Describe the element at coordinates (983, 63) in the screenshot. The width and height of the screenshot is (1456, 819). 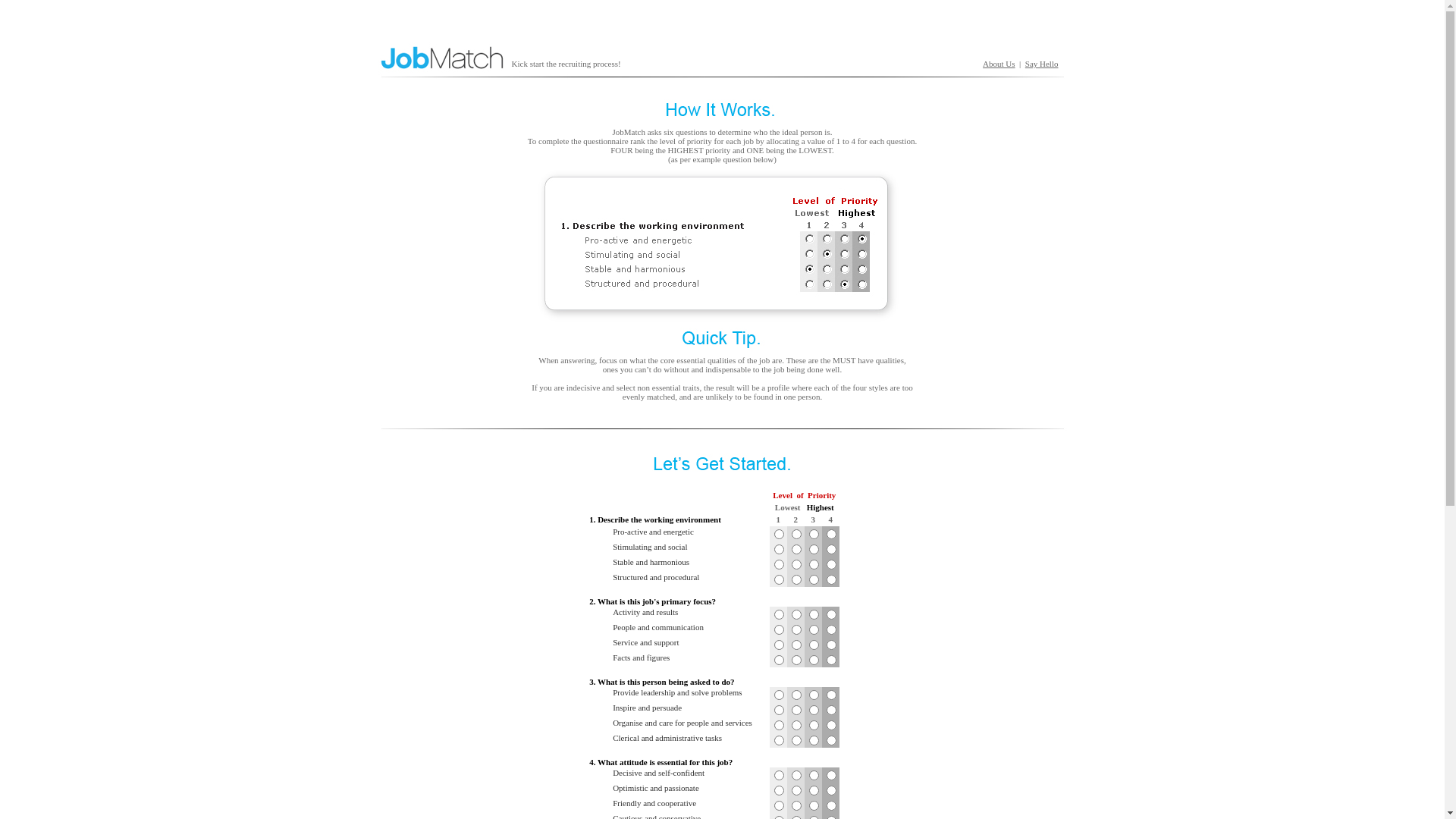
I see `'About Us'` at that location.